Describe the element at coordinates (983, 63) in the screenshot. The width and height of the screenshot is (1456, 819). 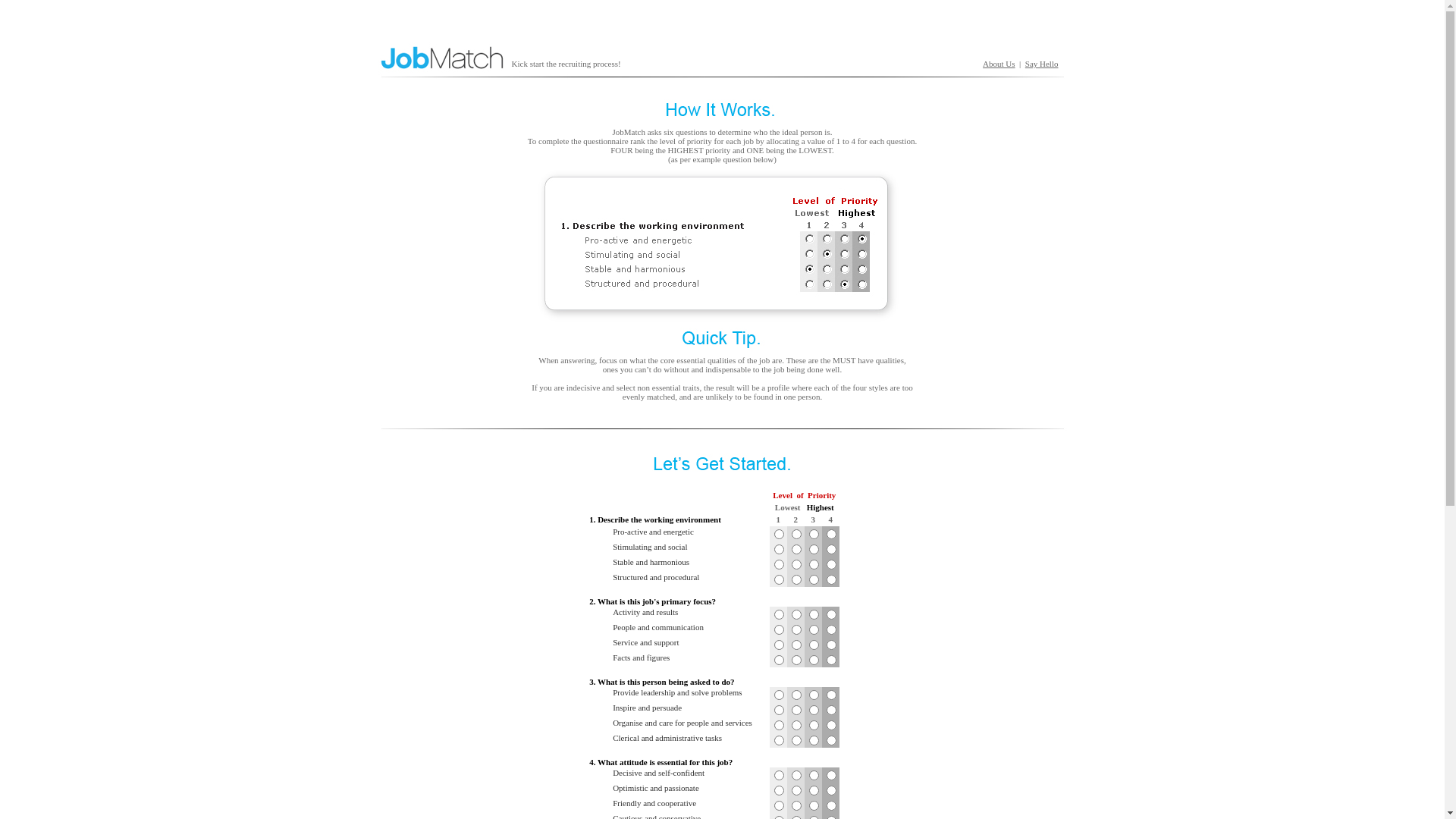
I see `'About Us'` at that location.